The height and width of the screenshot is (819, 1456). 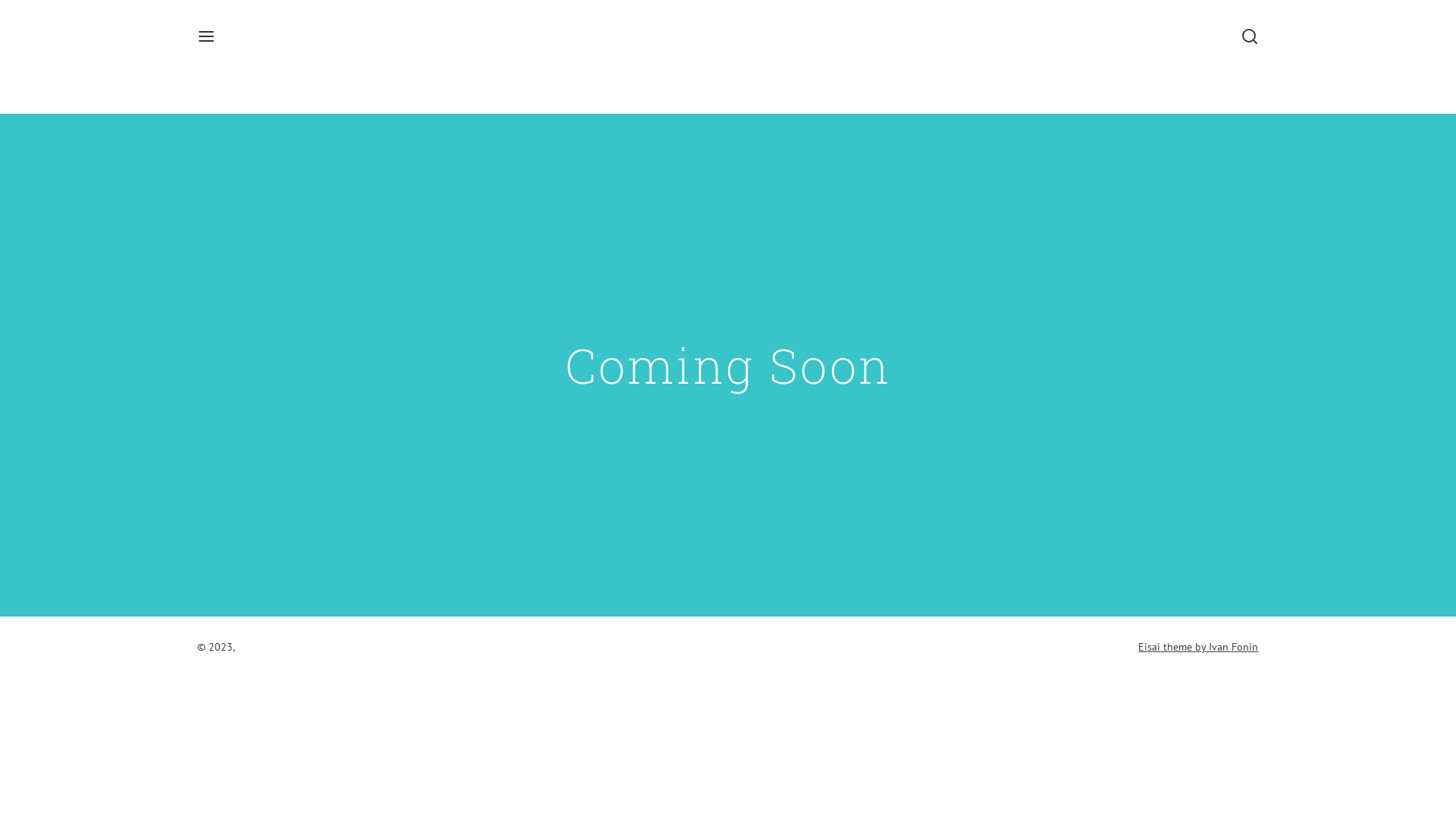 What do you see at coordinates (1197, 647) in the screenshot?
I see `'Eisai theme by Ivan Fonin'` at bounding box center [1197, 647].